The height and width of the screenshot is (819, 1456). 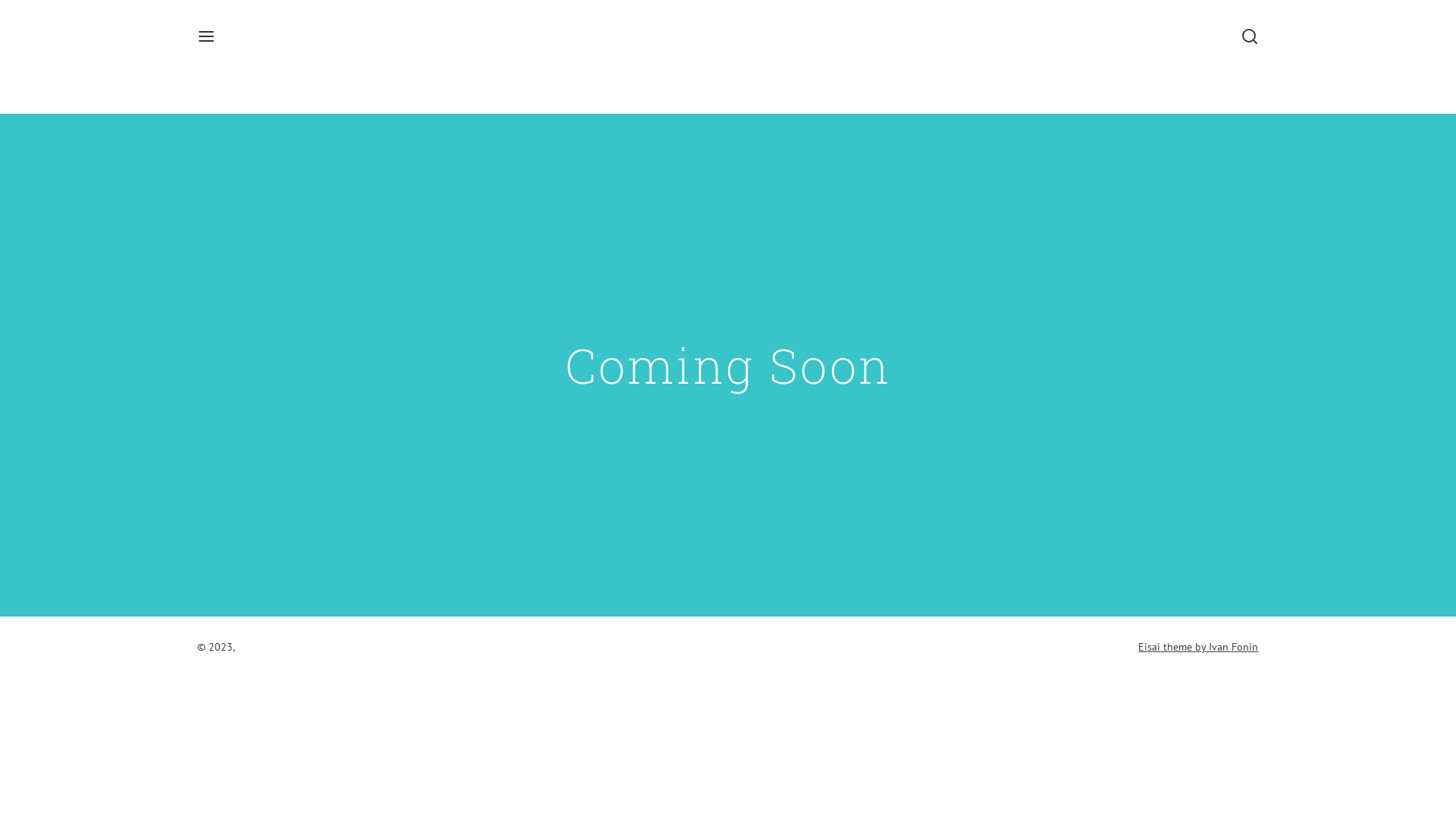 What do you see at coordinates (1197, 647) in the screenshot?
I see `'Eisai theme by Ivan Fonin'` at bounding box center [1197, 647].